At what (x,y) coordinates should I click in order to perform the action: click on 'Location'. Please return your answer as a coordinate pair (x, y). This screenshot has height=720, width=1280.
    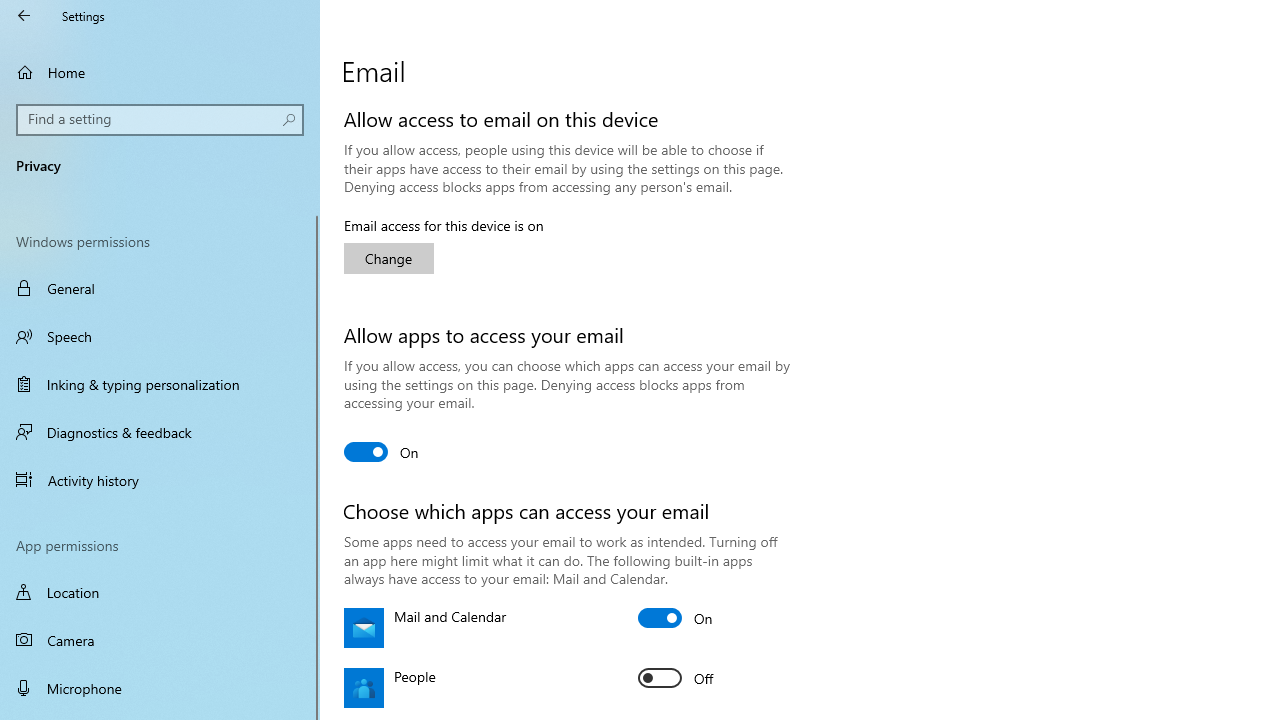
    Looking at the image, I should click on (160, 591).